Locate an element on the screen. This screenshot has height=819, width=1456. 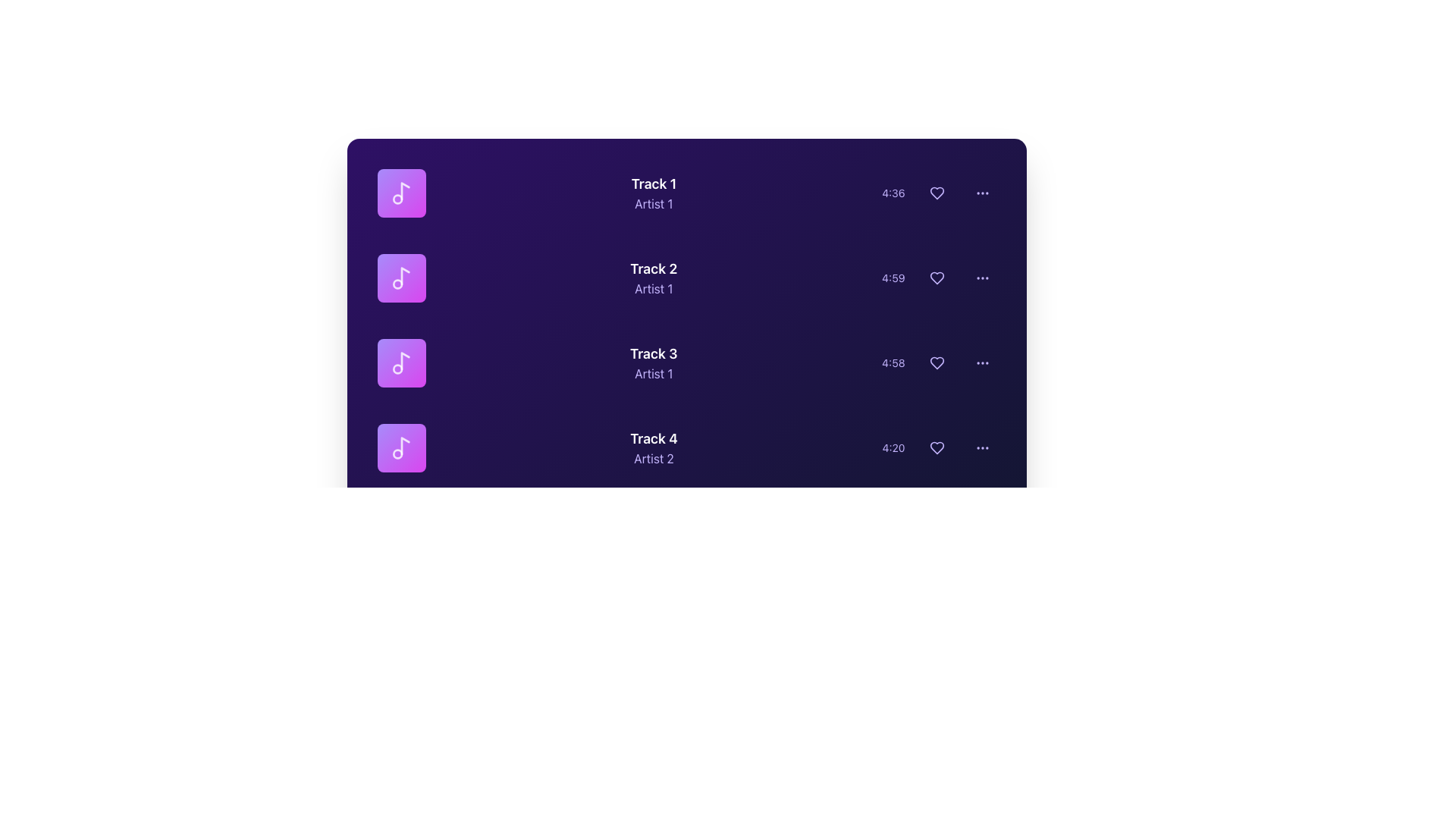
duration text label associated with 'Track 4', positioned in the bottom row and aligned horizontally with similar text representations is located at coordinates (893, 447).